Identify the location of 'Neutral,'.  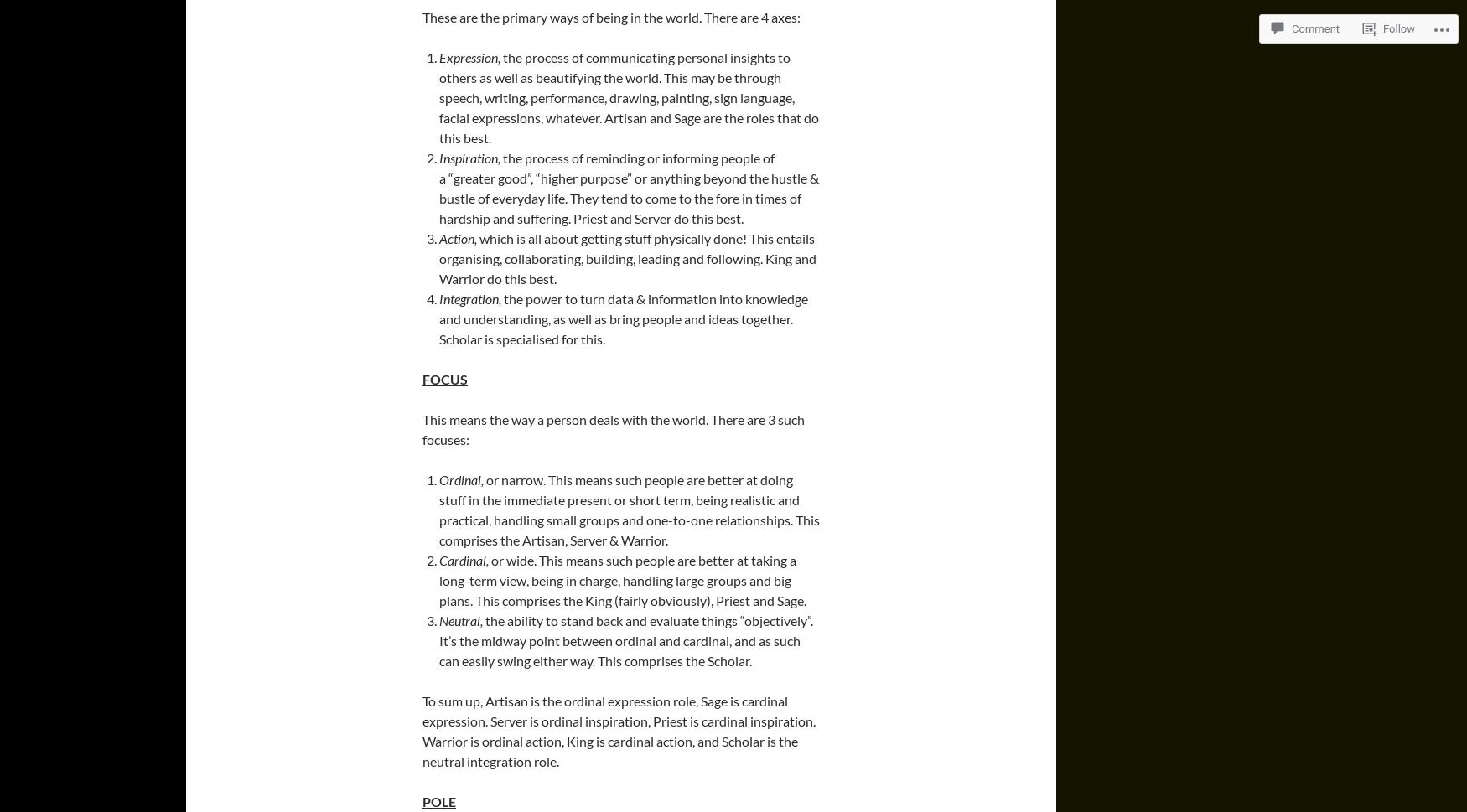
(460, 620).